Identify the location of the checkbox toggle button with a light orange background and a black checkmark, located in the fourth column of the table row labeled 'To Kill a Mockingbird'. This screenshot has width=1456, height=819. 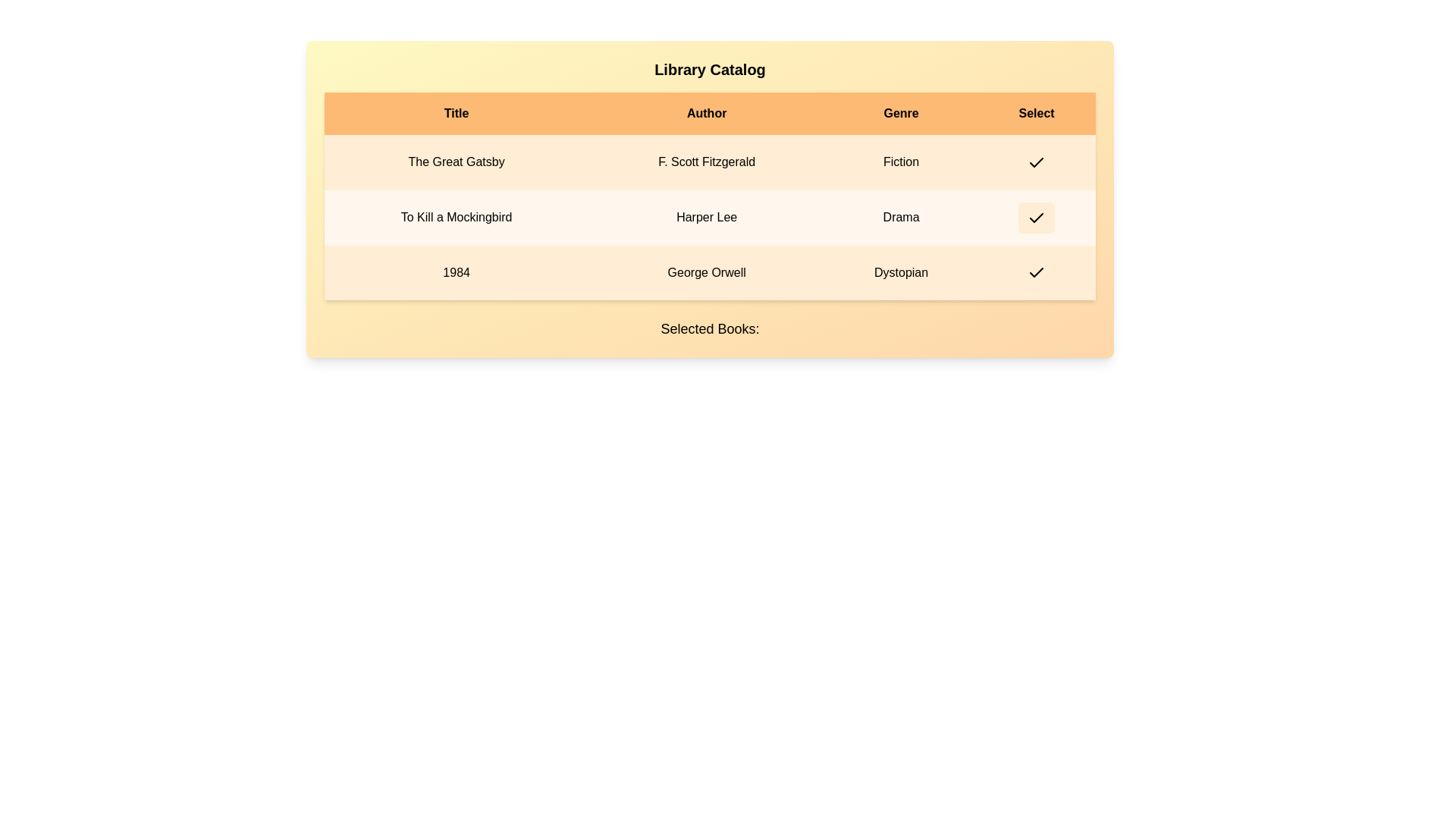
(1036, 218).